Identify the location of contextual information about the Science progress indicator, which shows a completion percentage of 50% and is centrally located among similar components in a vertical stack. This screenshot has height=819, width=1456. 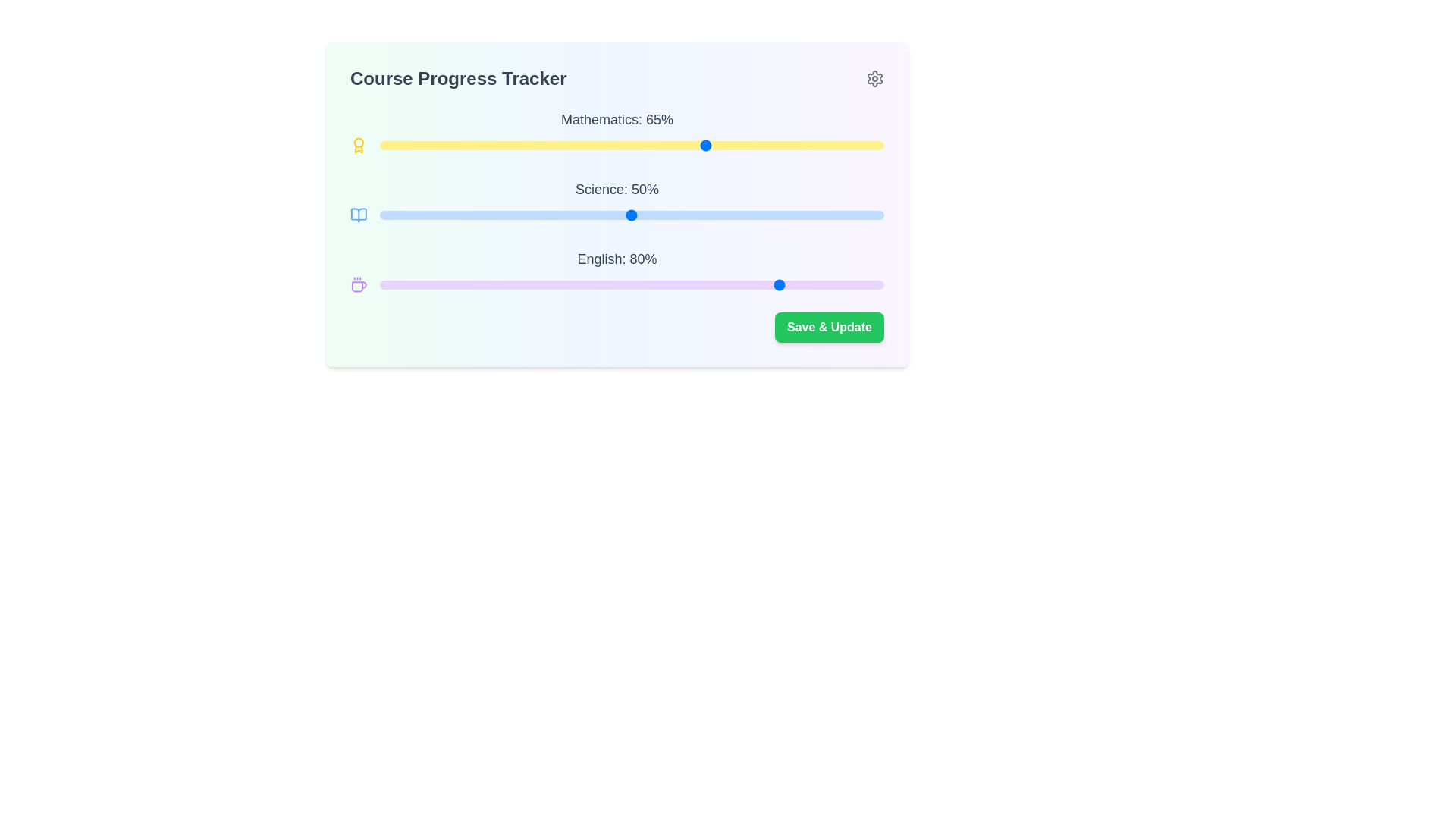
(617, 201).